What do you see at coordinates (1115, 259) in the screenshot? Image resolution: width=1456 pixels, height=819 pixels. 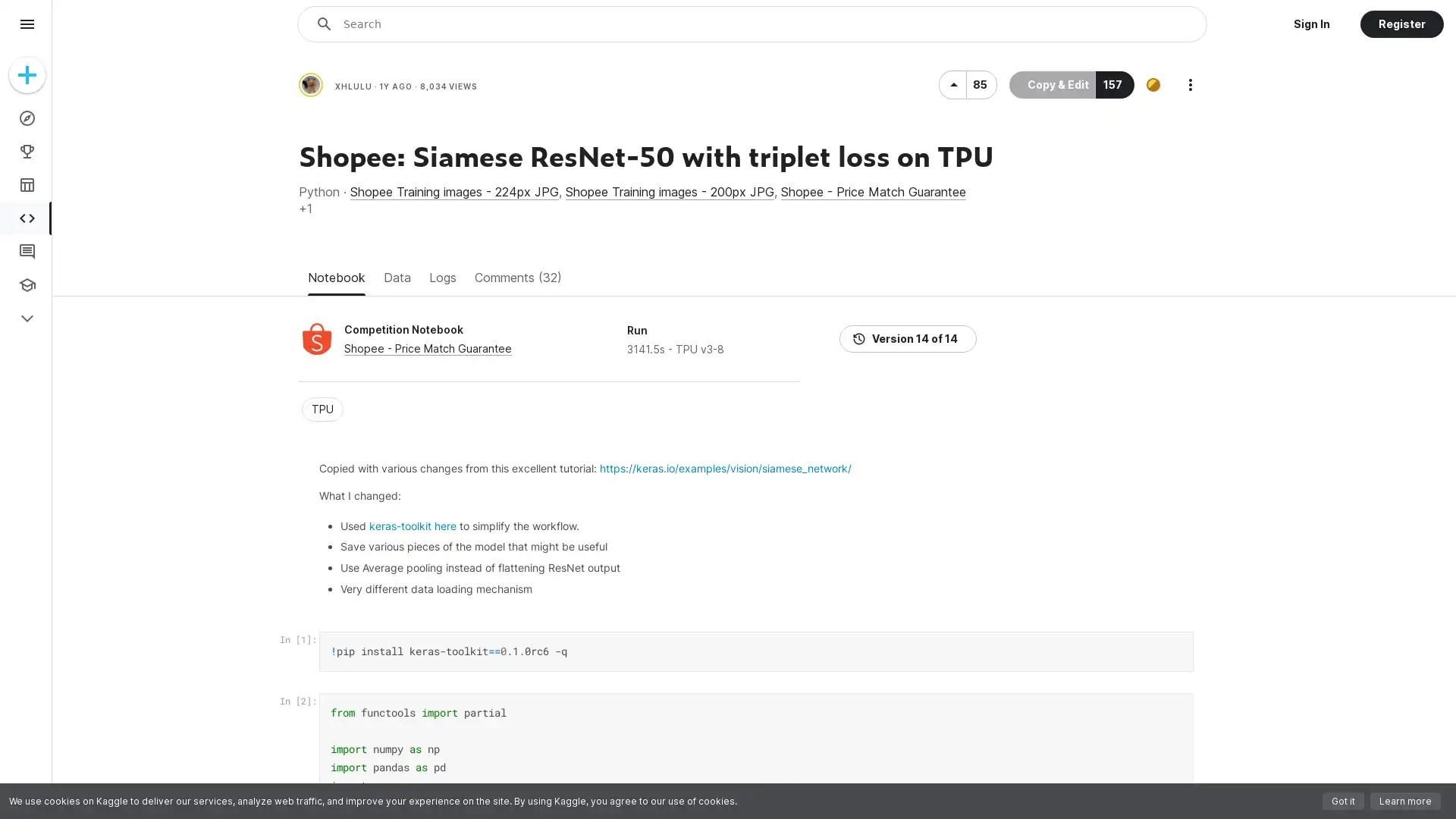 I see `157 copies` at bounding box center [1115, 259].